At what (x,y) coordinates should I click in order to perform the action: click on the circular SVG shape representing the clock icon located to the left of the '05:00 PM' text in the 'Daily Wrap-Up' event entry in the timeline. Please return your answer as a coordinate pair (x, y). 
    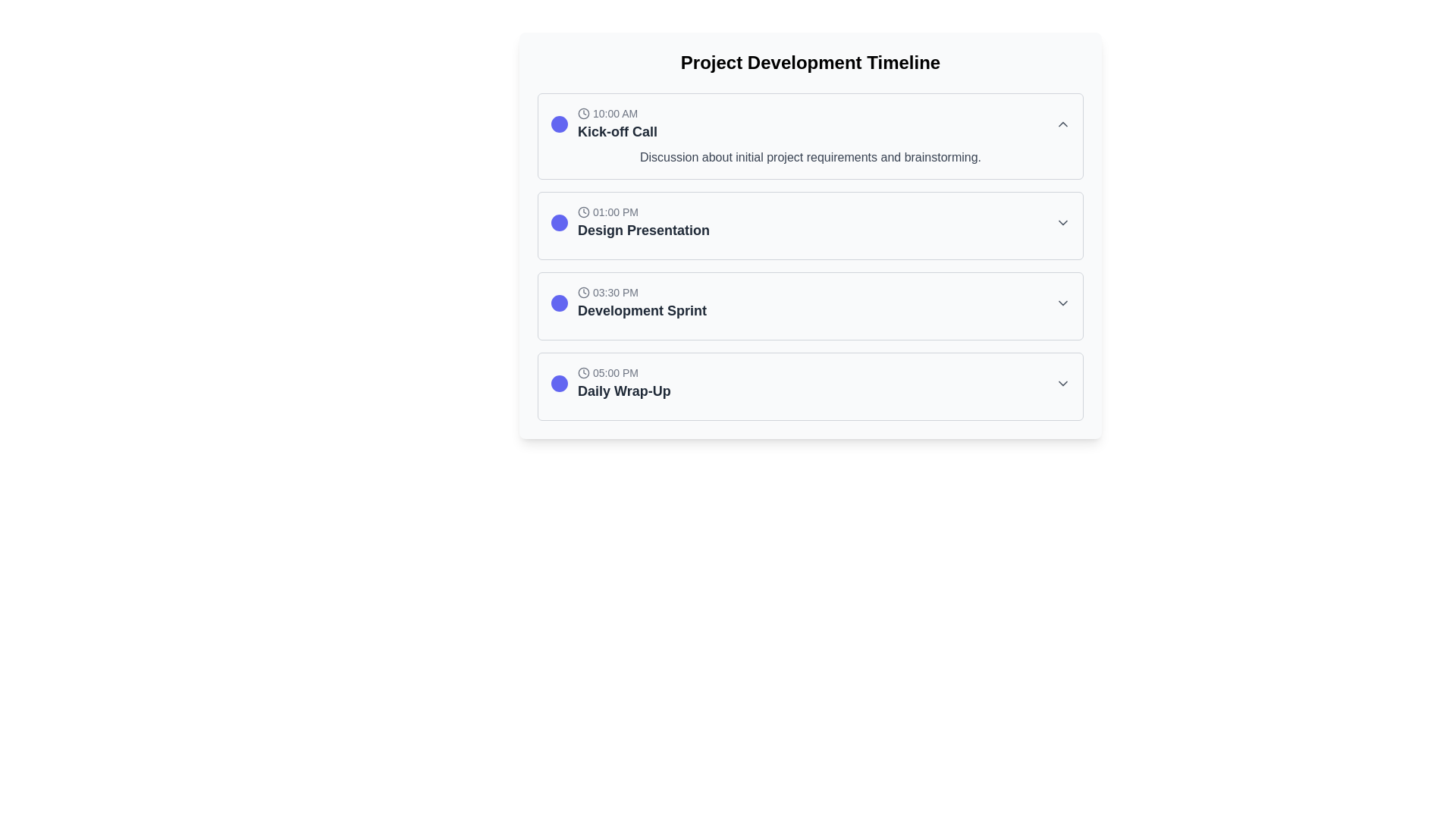
    Looking at the image, I should click on (582, 373).